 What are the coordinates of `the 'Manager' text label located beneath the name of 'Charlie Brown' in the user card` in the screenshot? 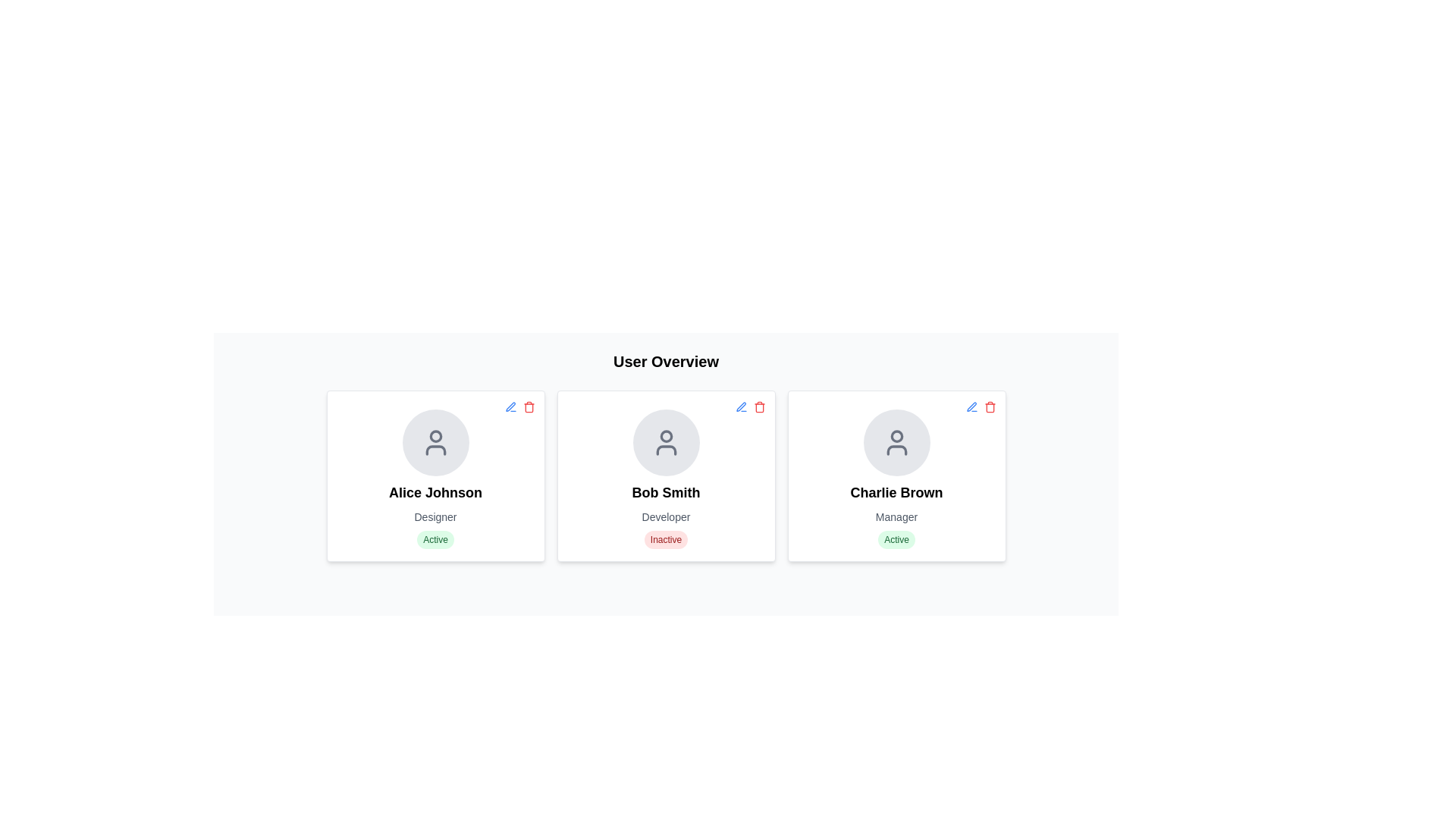 It's located at (896, 516).